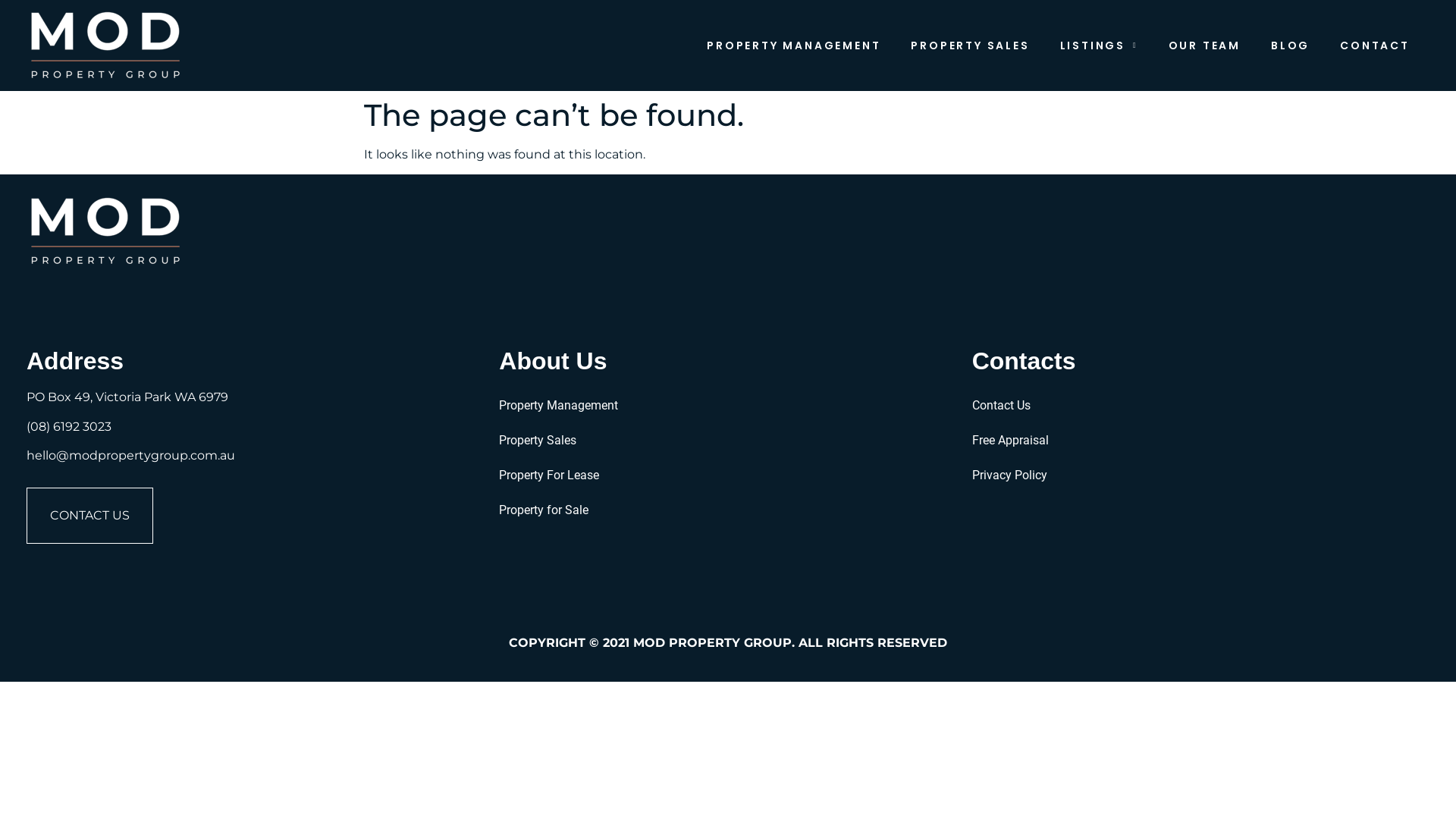  I want to click on 'BLOG', so click(1289, 45).